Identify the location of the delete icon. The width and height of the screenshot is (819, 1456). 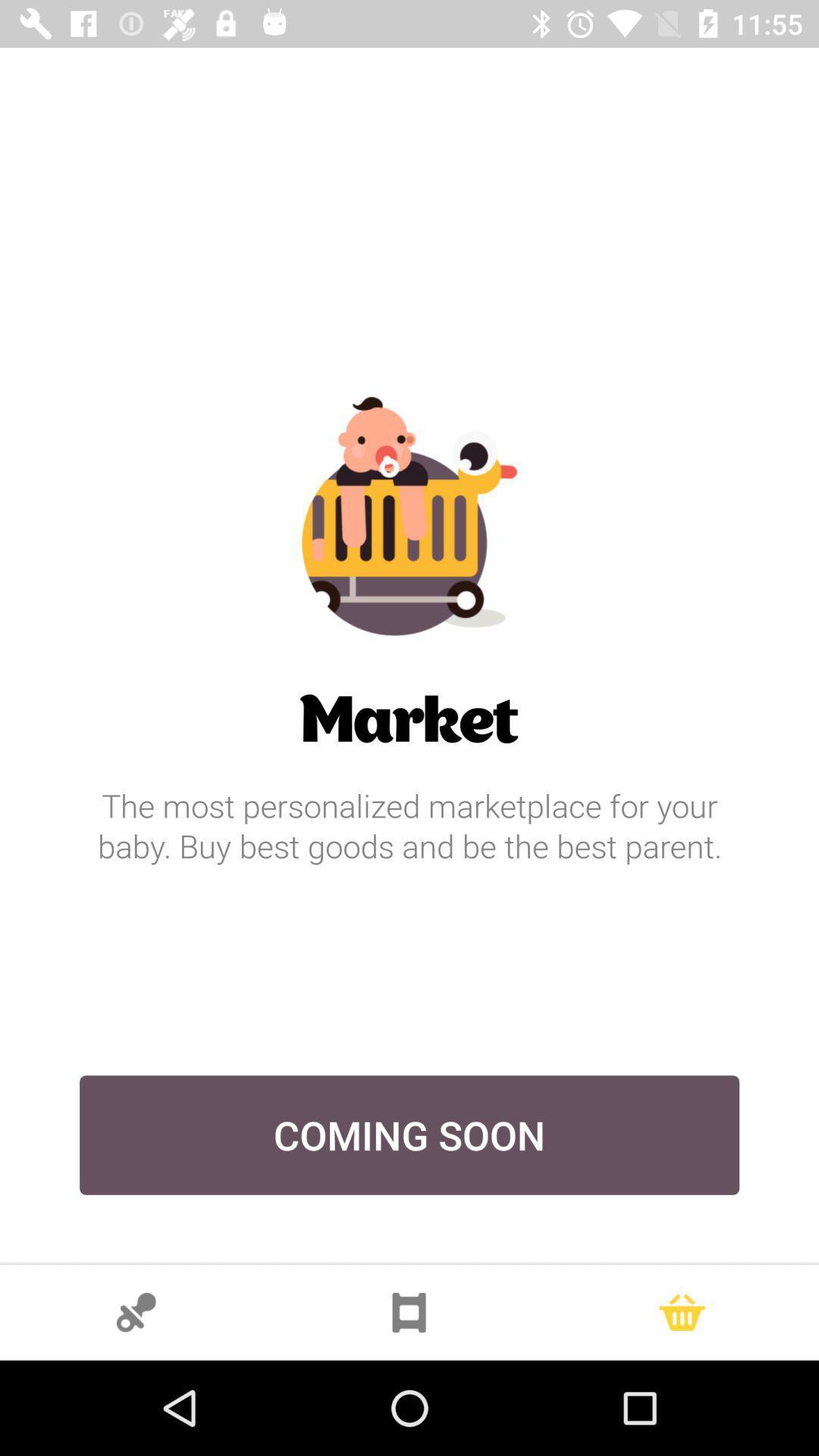
(681, 1312).